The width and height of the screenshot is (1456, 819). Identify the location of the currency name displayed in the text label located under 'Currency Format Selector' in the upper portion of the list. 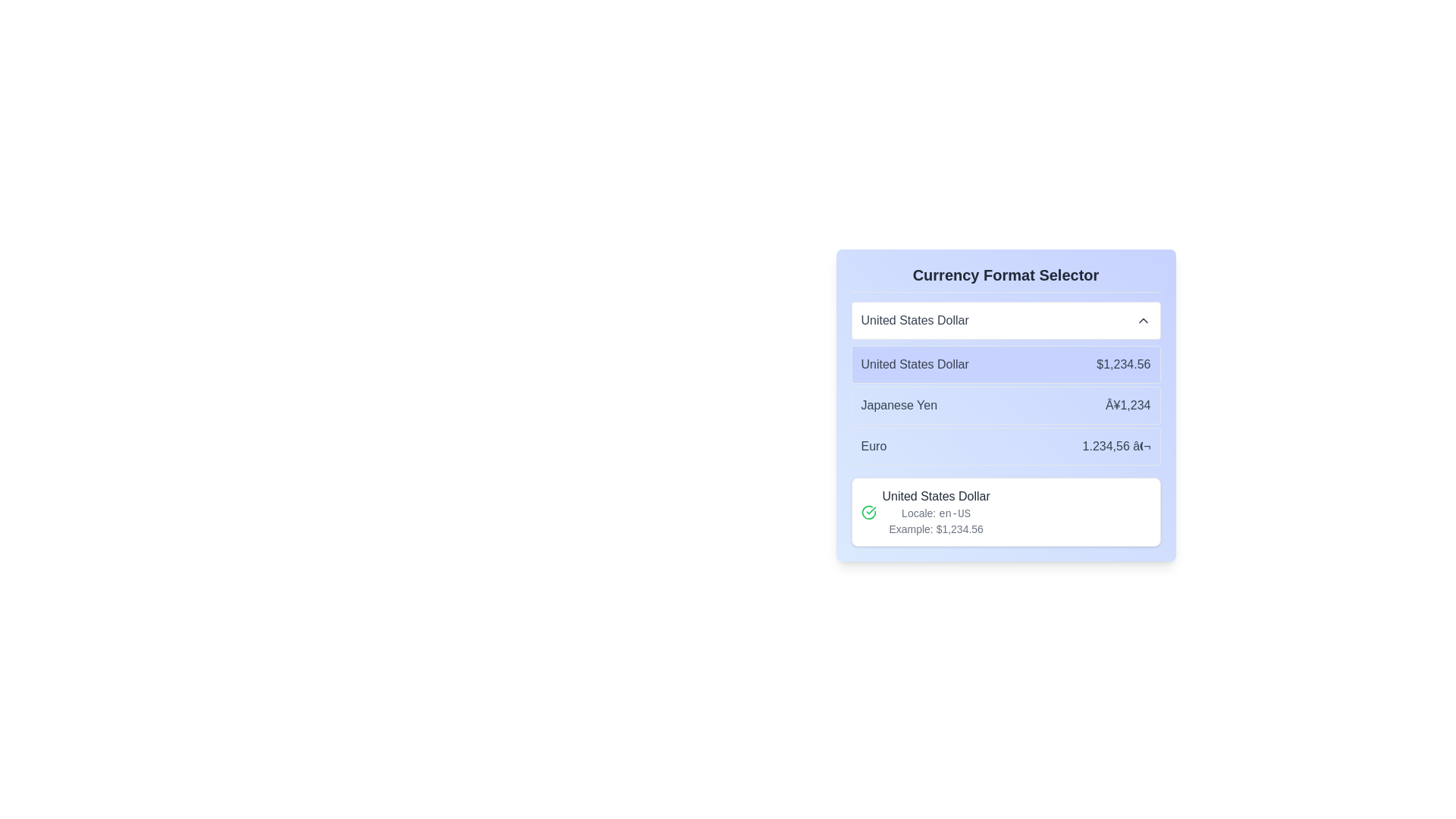
(914, 365).